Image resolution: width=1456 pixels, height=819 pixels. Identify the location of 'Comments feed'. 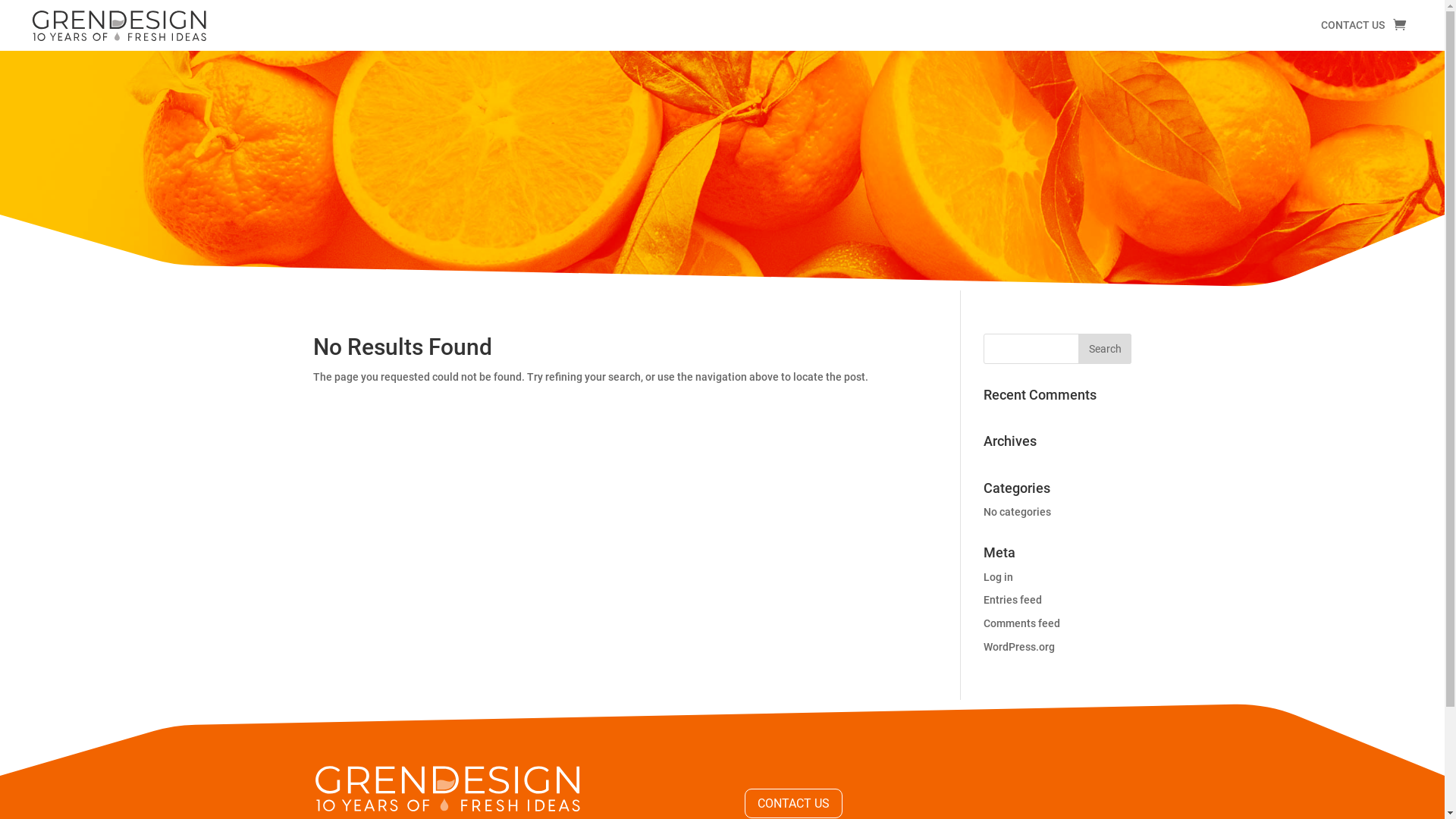
(1021, 623).